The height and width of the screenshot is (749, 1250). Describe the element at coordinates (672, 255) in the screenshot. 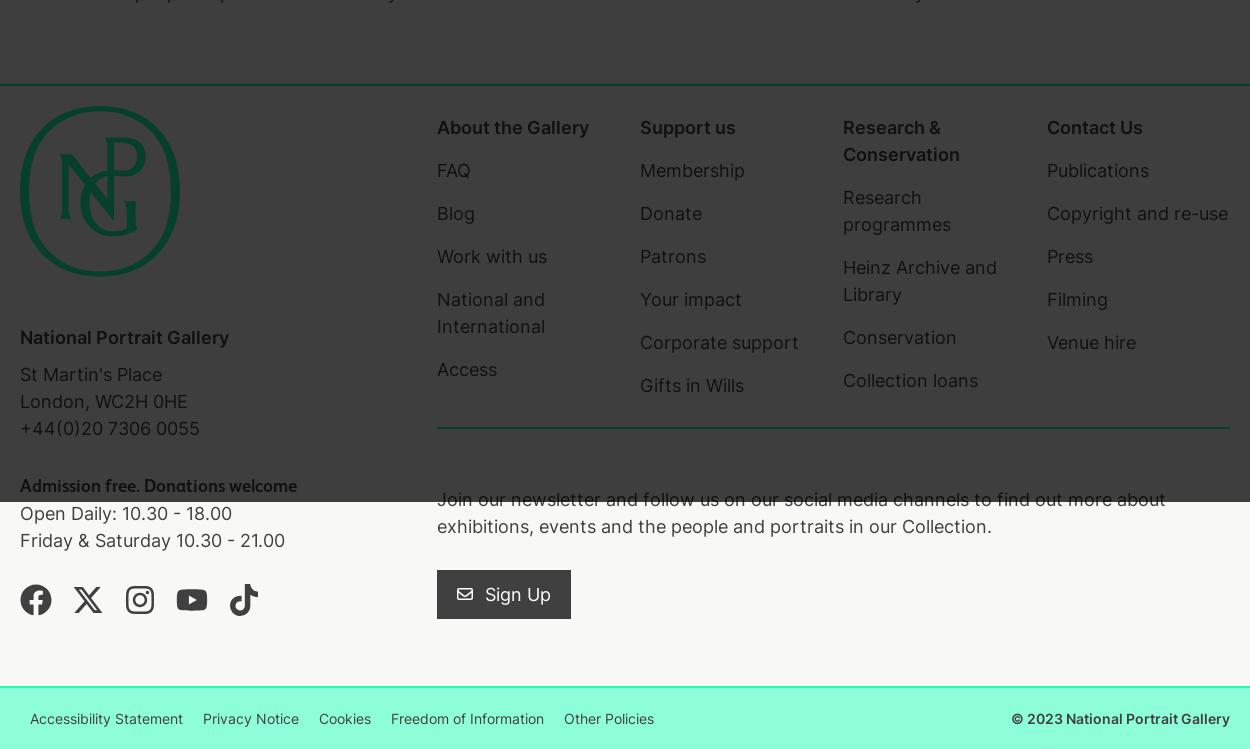

I see `'Patrons'` at that location.